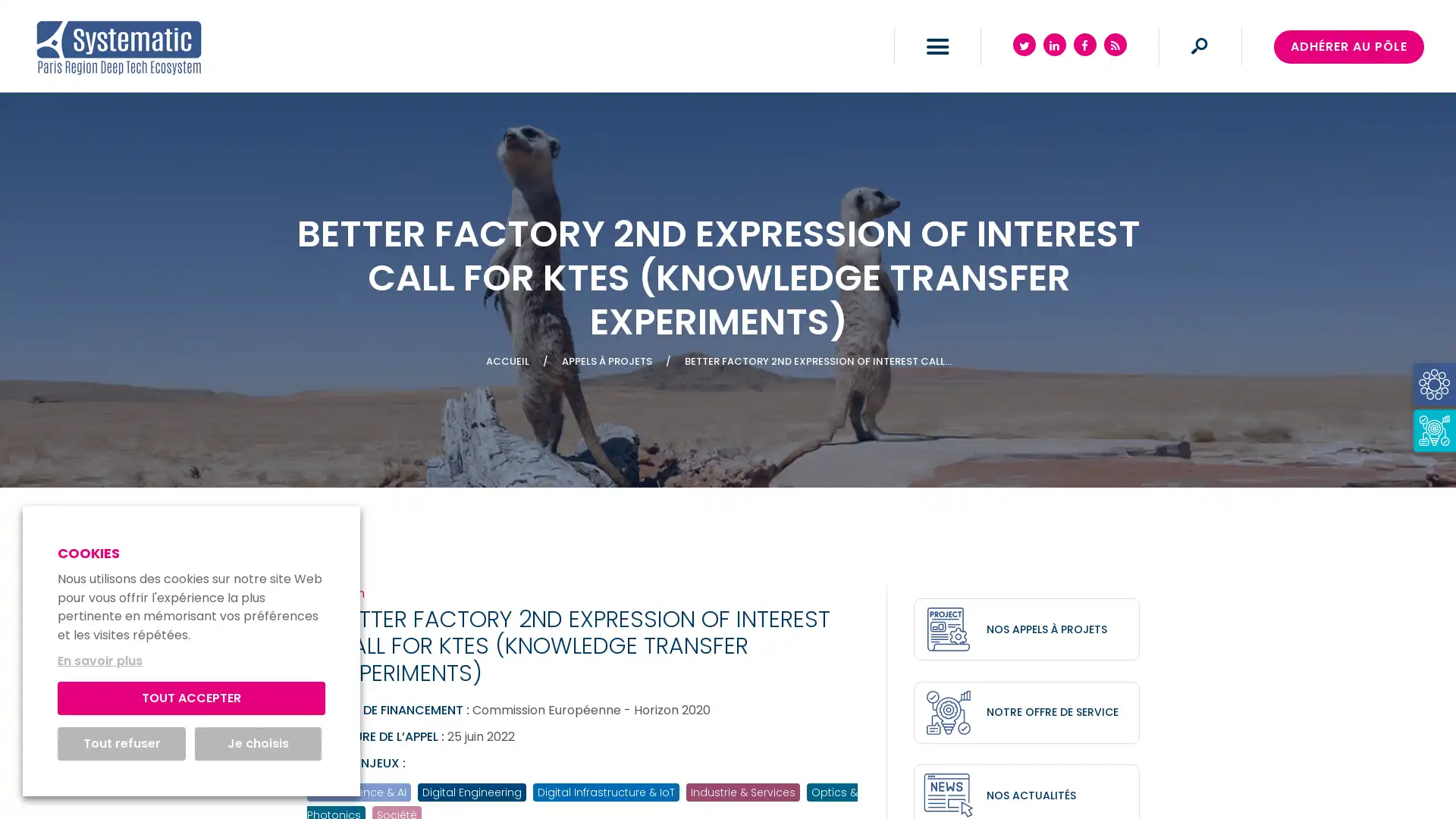  What do you see at coordinates (258, 742) in the screenshot?
I see `Je choisis` at bounding box center [258, 742].